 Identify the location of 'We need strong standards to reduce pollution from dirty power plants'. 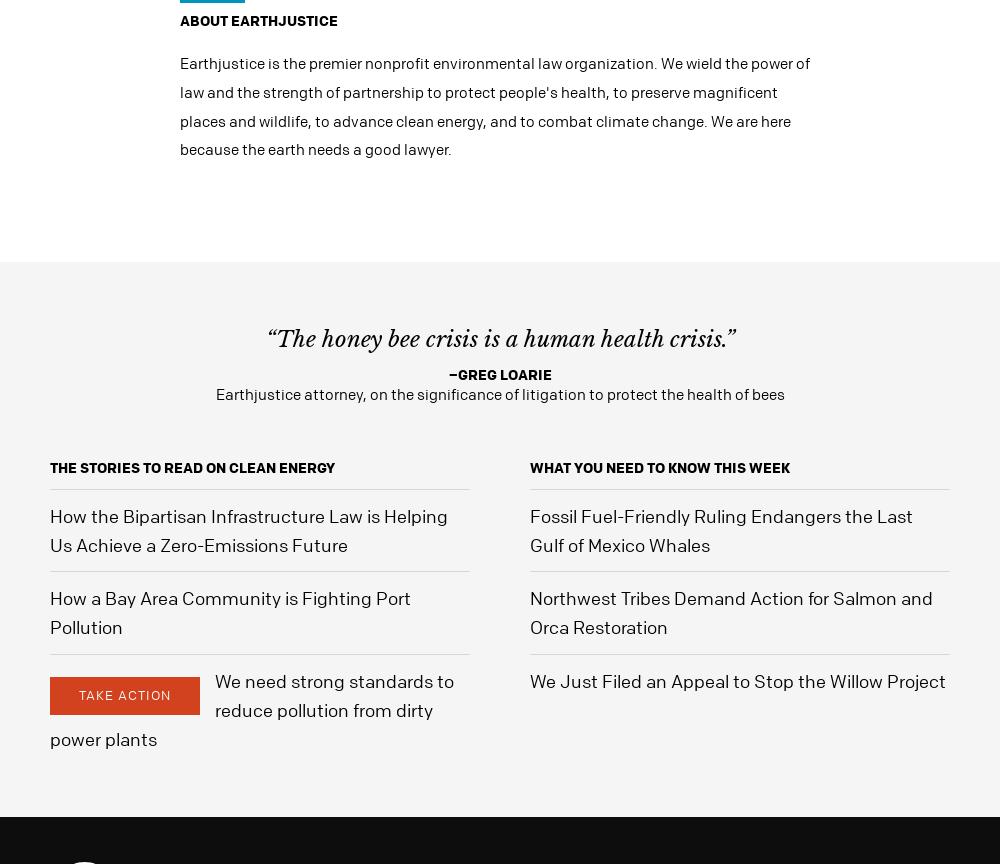
(252, 708).